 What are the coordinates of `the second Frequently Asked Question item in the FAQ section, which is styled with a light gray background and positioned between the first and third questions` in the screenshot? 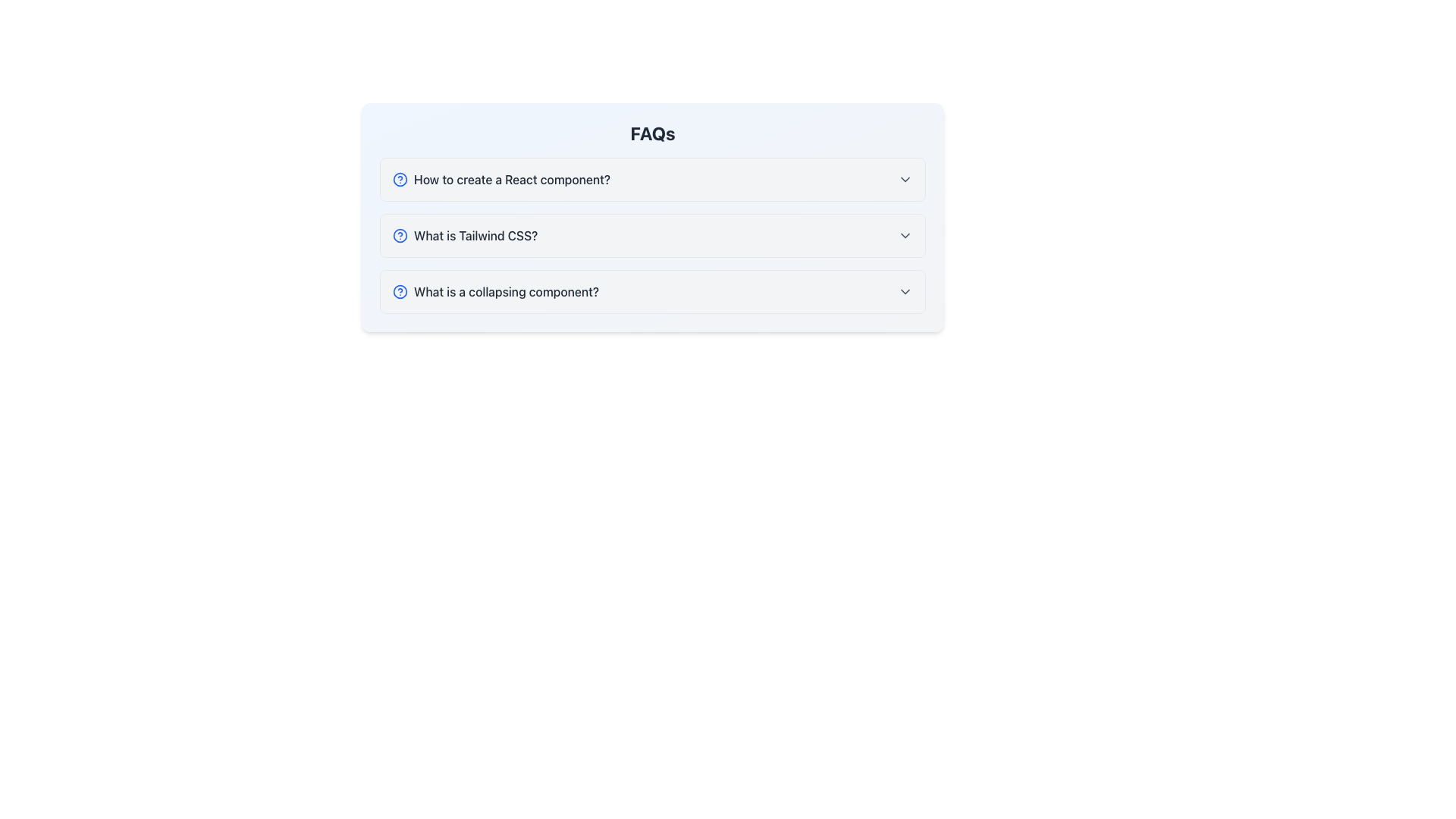 It's located at (652, 236).